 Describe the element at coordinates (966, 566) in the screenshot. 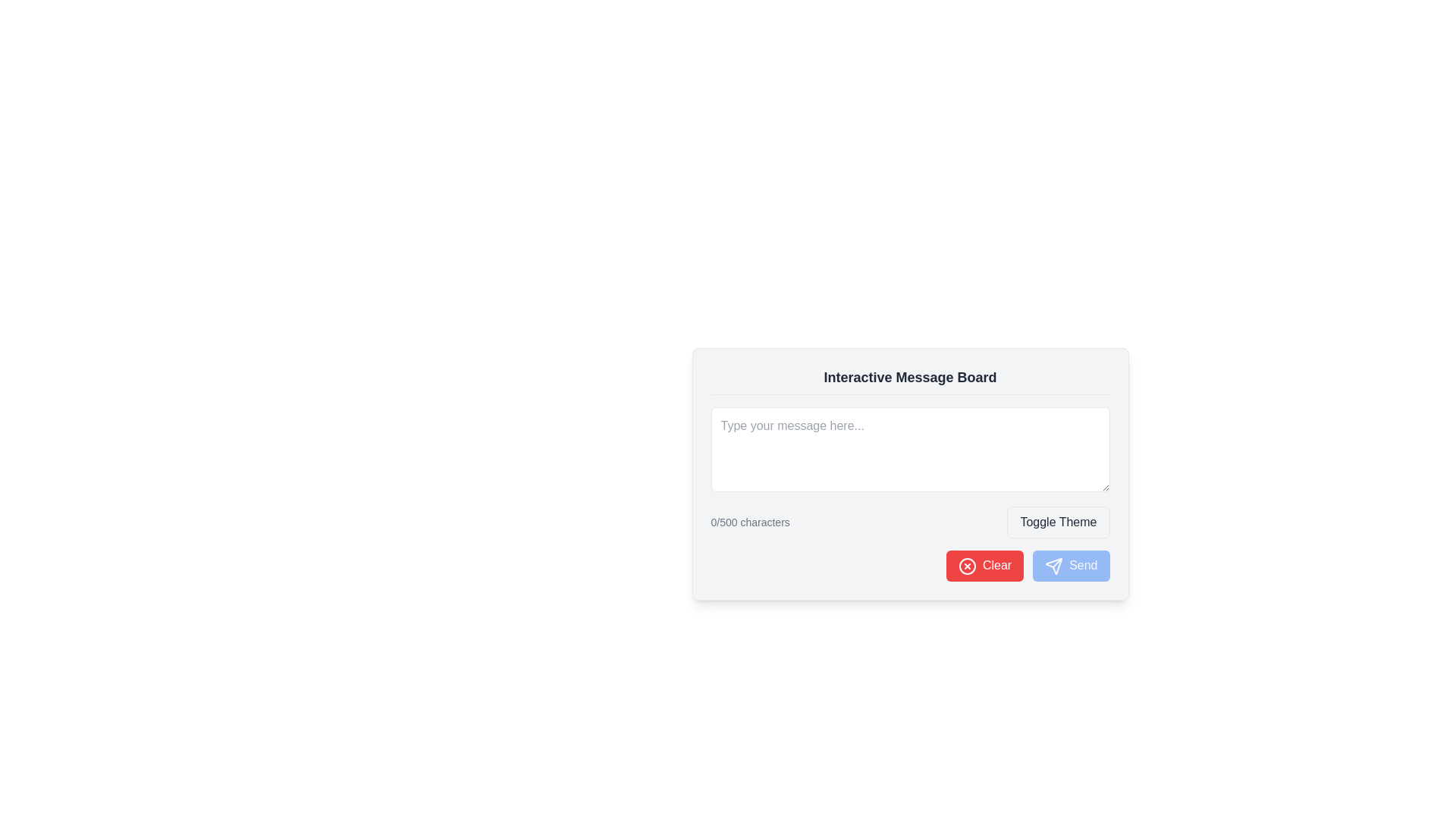

I see `the red circular close icon with a white cross, located adjacent to the 'Clear' button at the bottom-left corner of the interactive message board interface` at that location.